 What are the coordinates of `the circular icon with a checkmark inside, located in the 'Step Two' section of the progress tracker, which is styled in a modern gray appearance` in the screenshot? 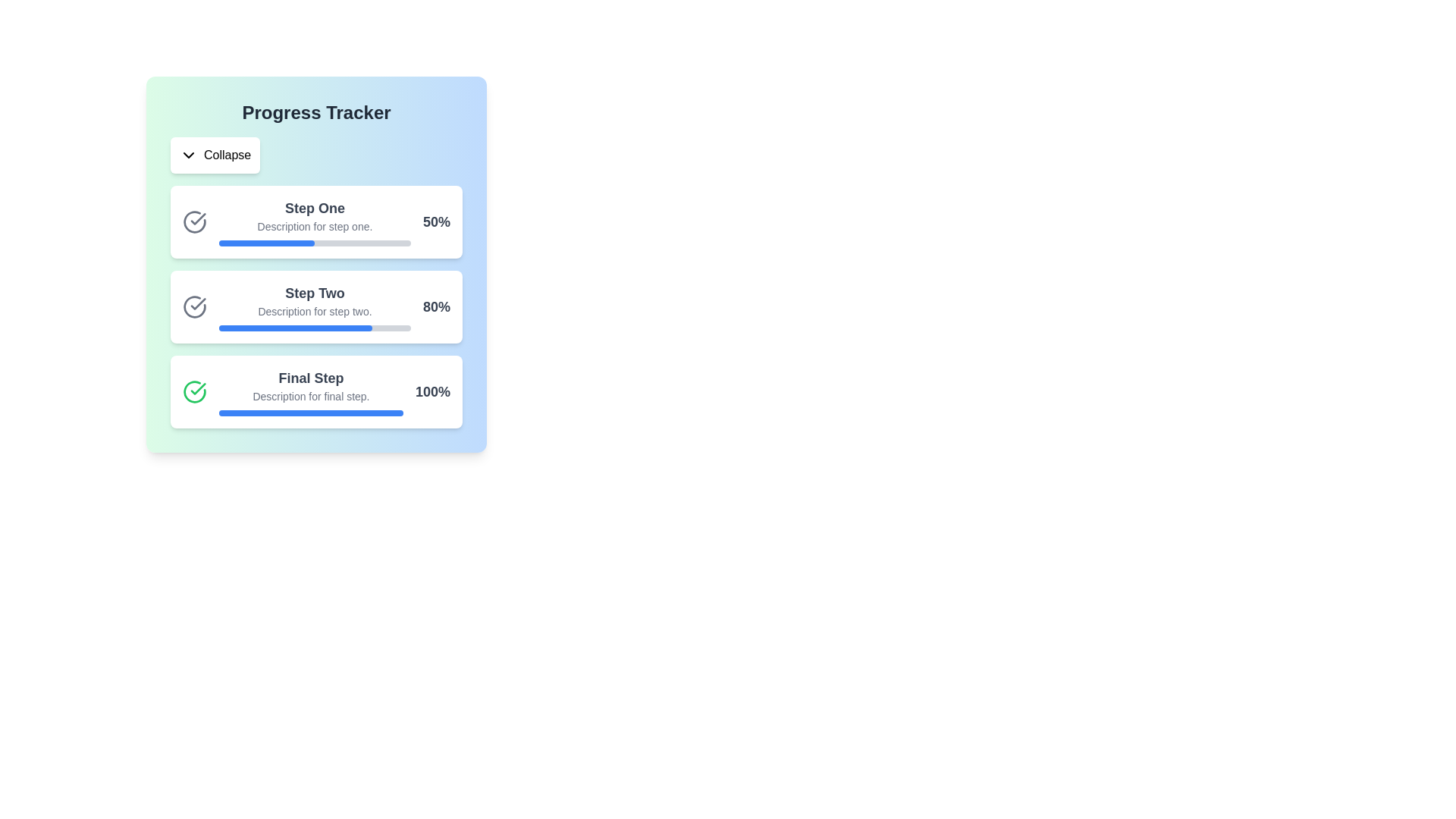 It's located at (194, 307).